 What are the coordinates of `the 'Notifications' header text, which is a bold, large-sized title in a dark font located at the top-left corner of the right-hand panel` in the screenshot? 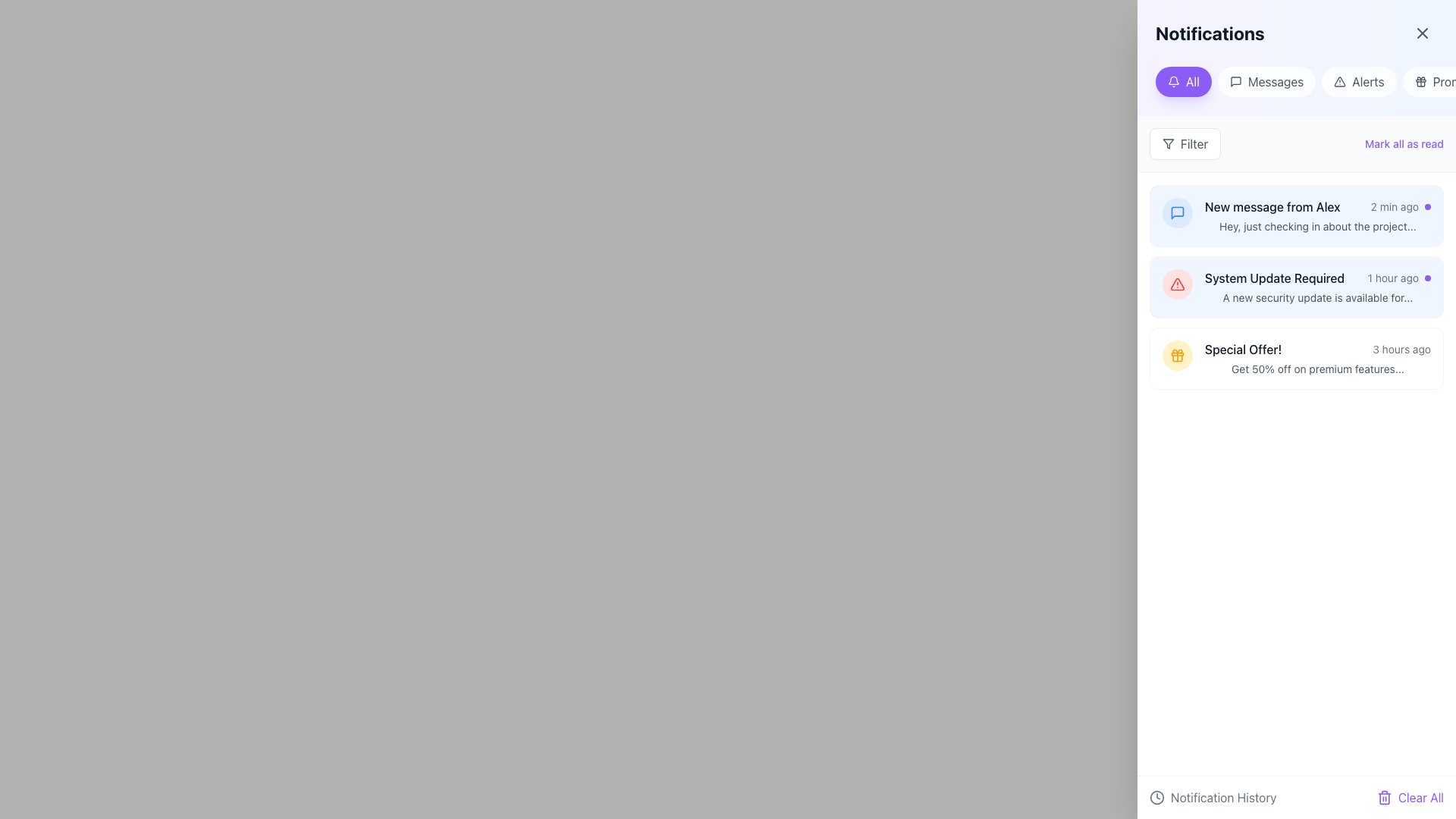 It's located at (1209, 33).